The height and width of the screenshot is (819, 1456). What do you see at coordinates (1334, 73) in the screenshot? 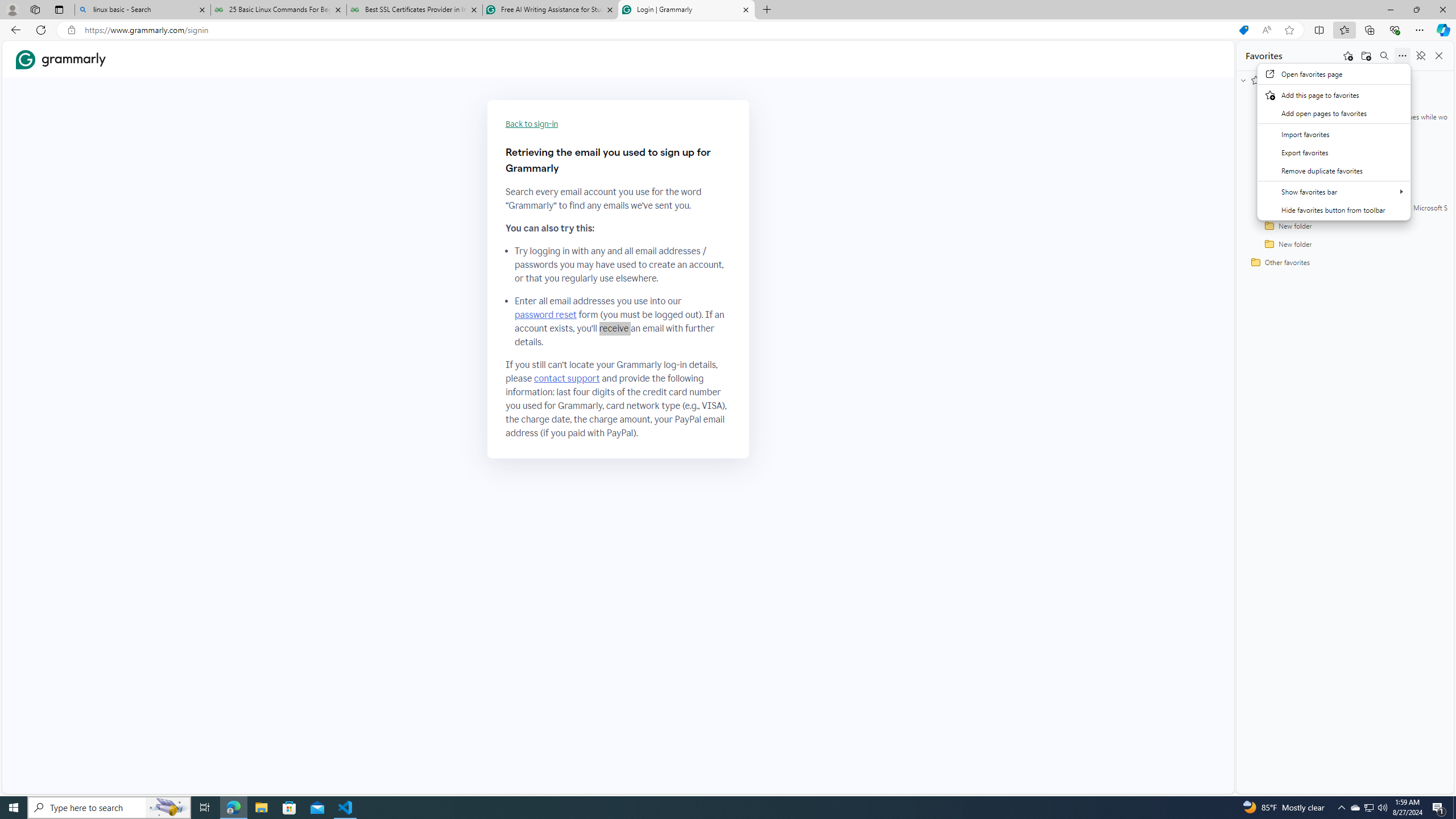
I see `'Open favorites page'` at bounding box center [1334, 73].